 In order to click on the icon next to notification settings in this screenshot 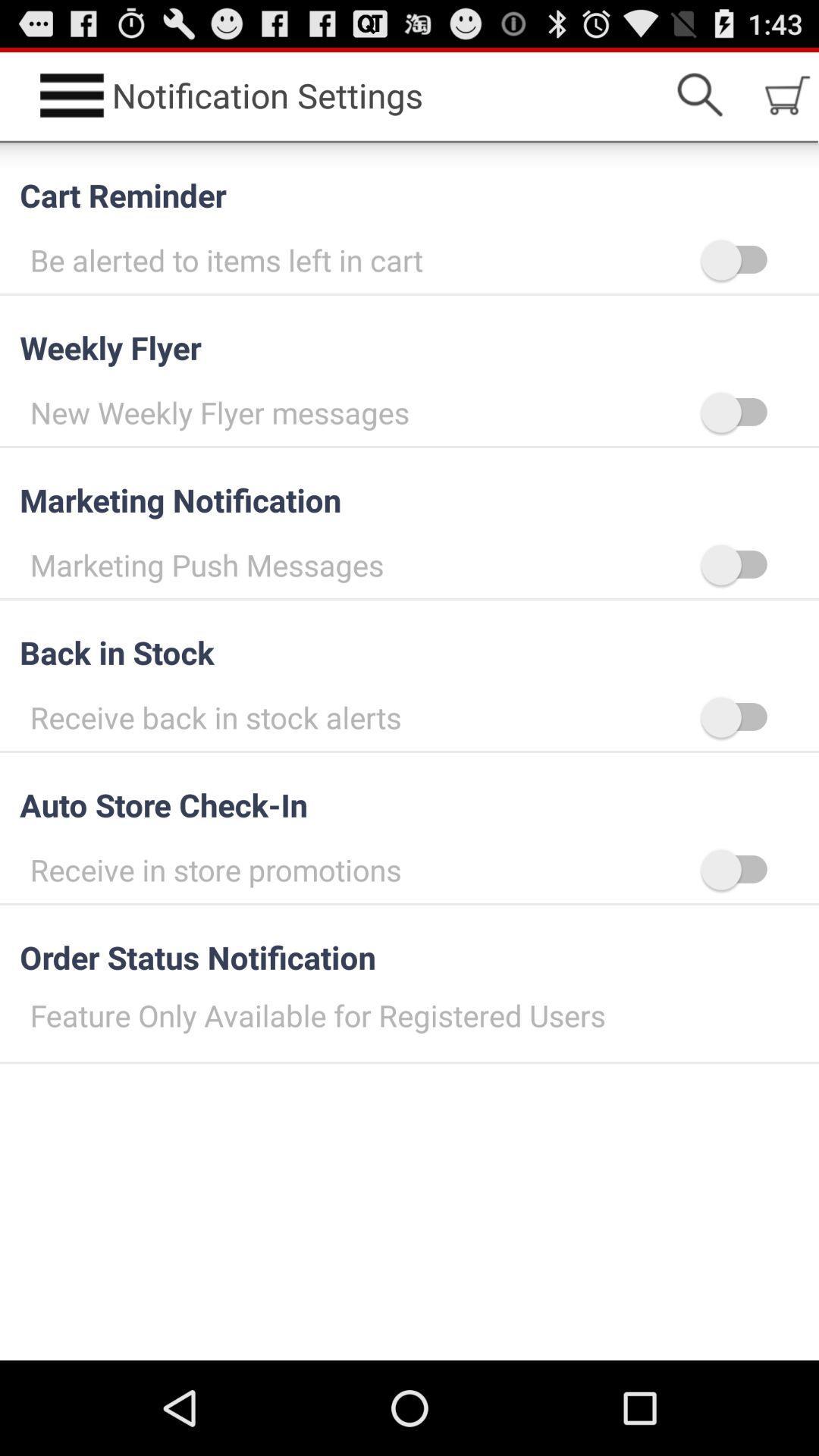, I will do `click(699, 94)`.